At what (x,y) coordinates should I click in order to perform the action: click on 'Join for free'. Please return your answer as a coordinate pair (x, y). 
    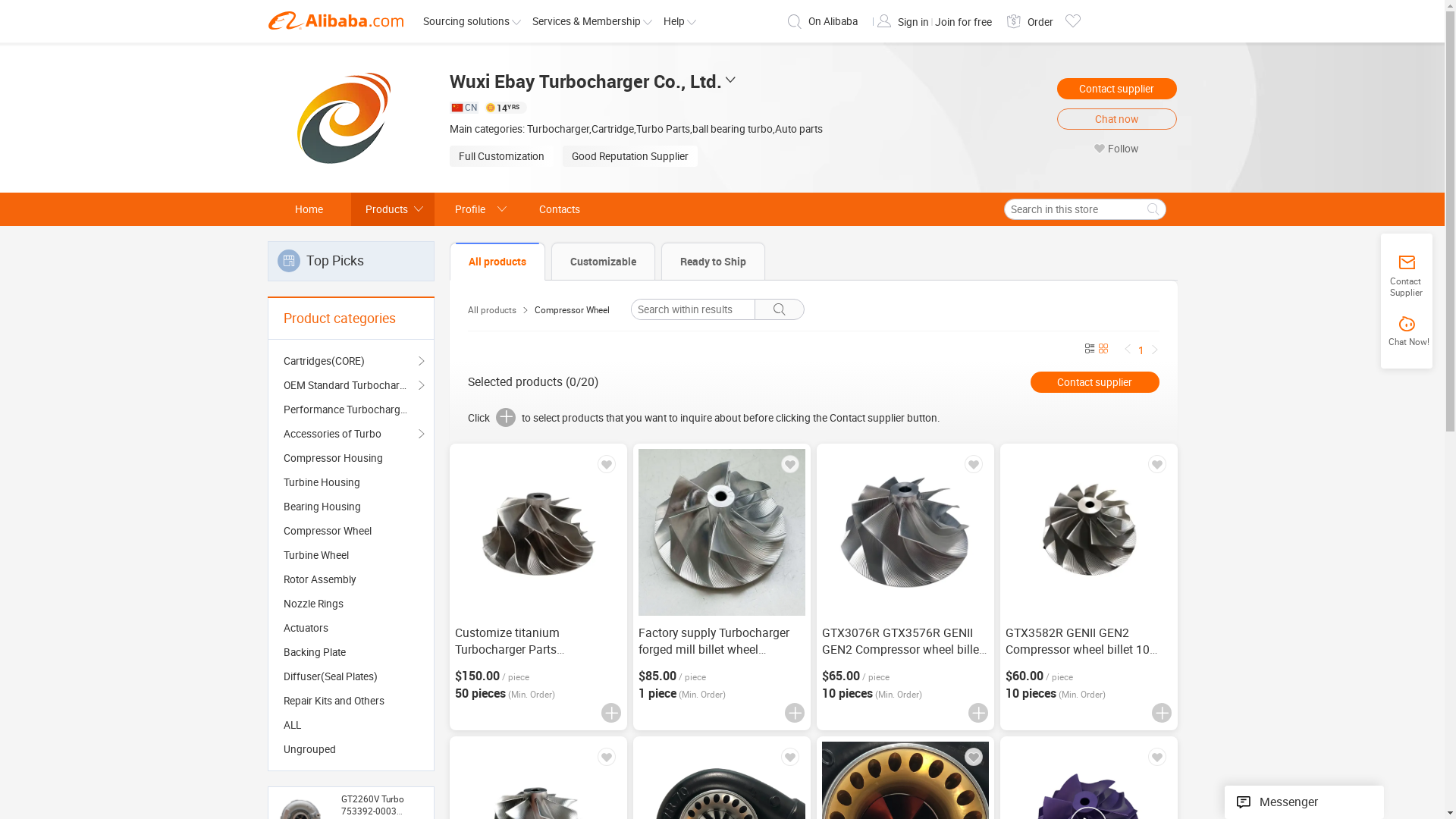
    Looking at the image, I should click on (962, 22).